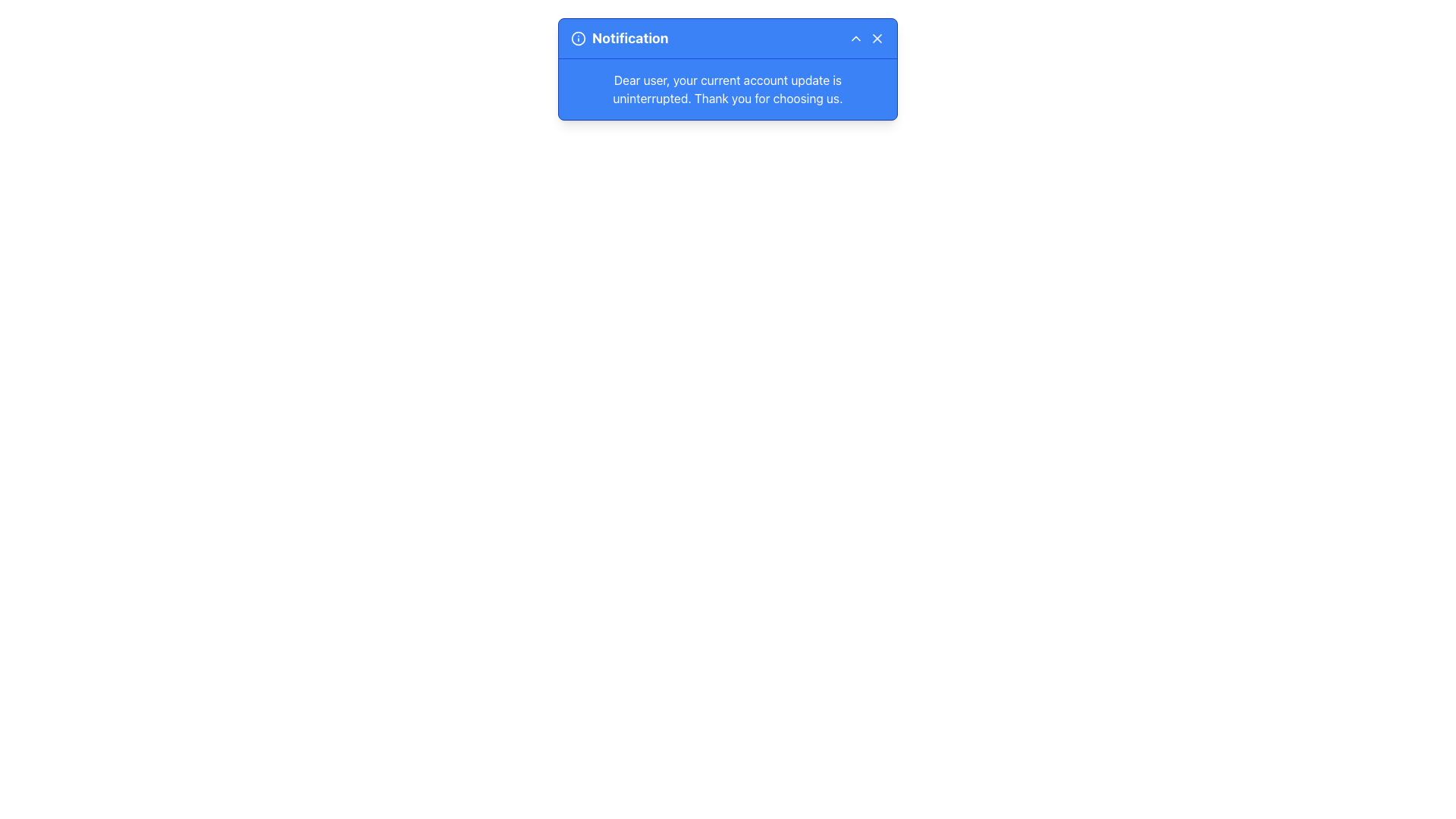 The height and width of the screenshot is (819, 1456). Describe the element at coordinates (578, 37) in the screenshot. I see `the circular element within the information icon located at the upper-left corner of the blue notification box beside the title 'Notification'` at that location.